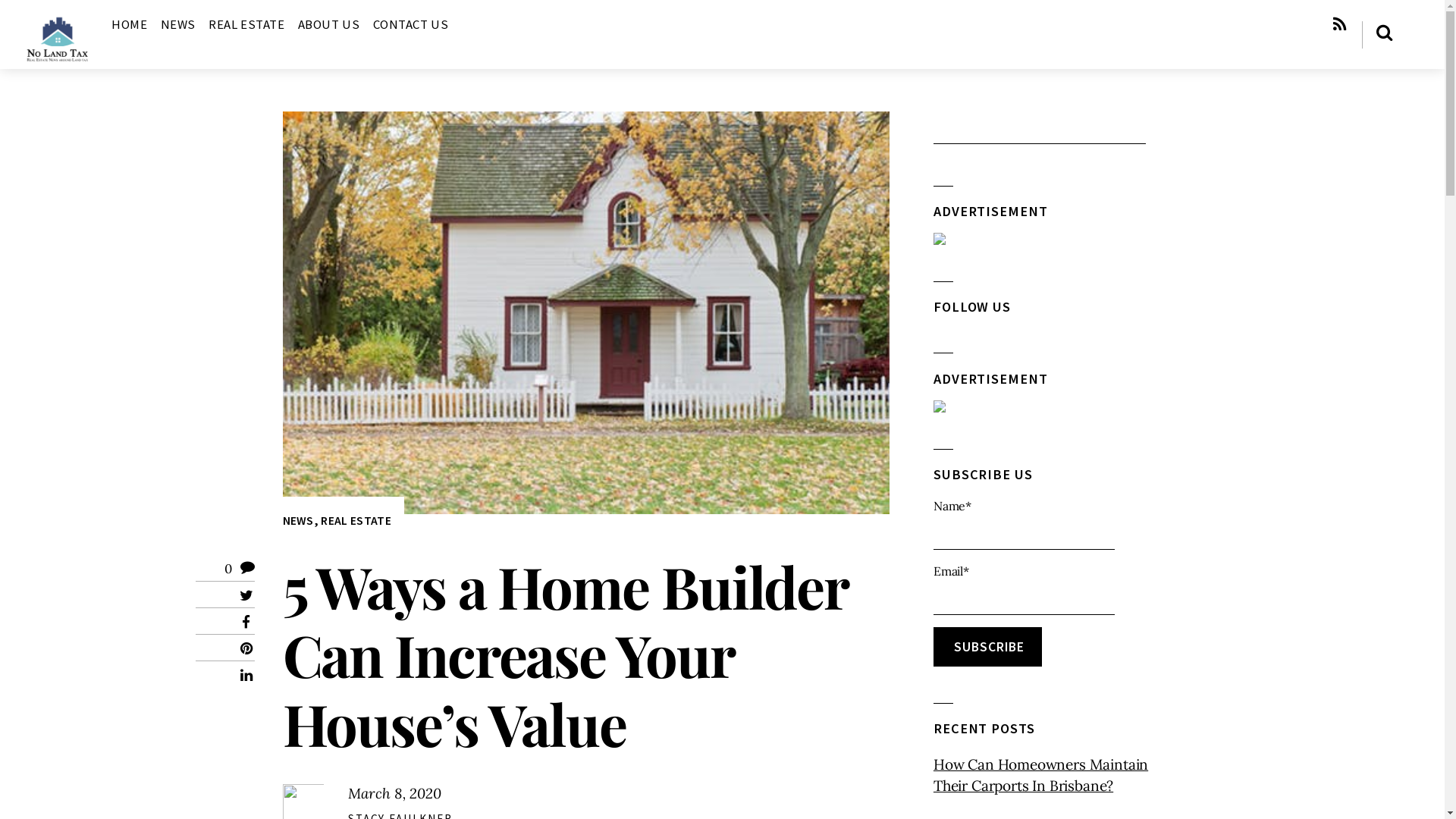 The width and height of the screenshot is (1456, 819). Describe the element at coordinates (246, 674) in the screenshot. I see `'LinkedIn'` at that location.